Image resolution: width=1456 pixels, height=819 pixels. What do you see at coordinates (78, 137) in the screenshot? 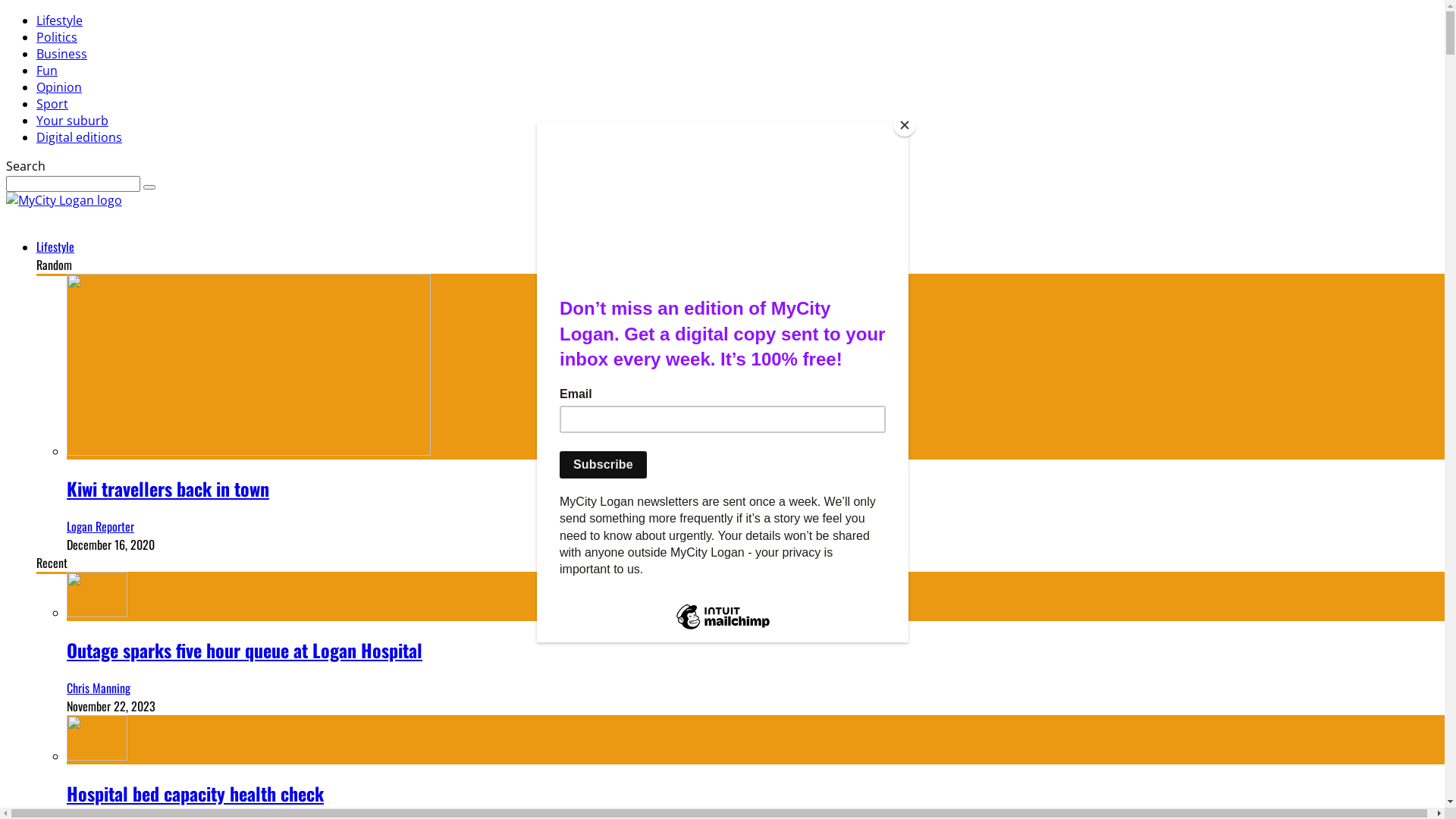
I see `'Digital editions'` at bounding box center [78, 137].